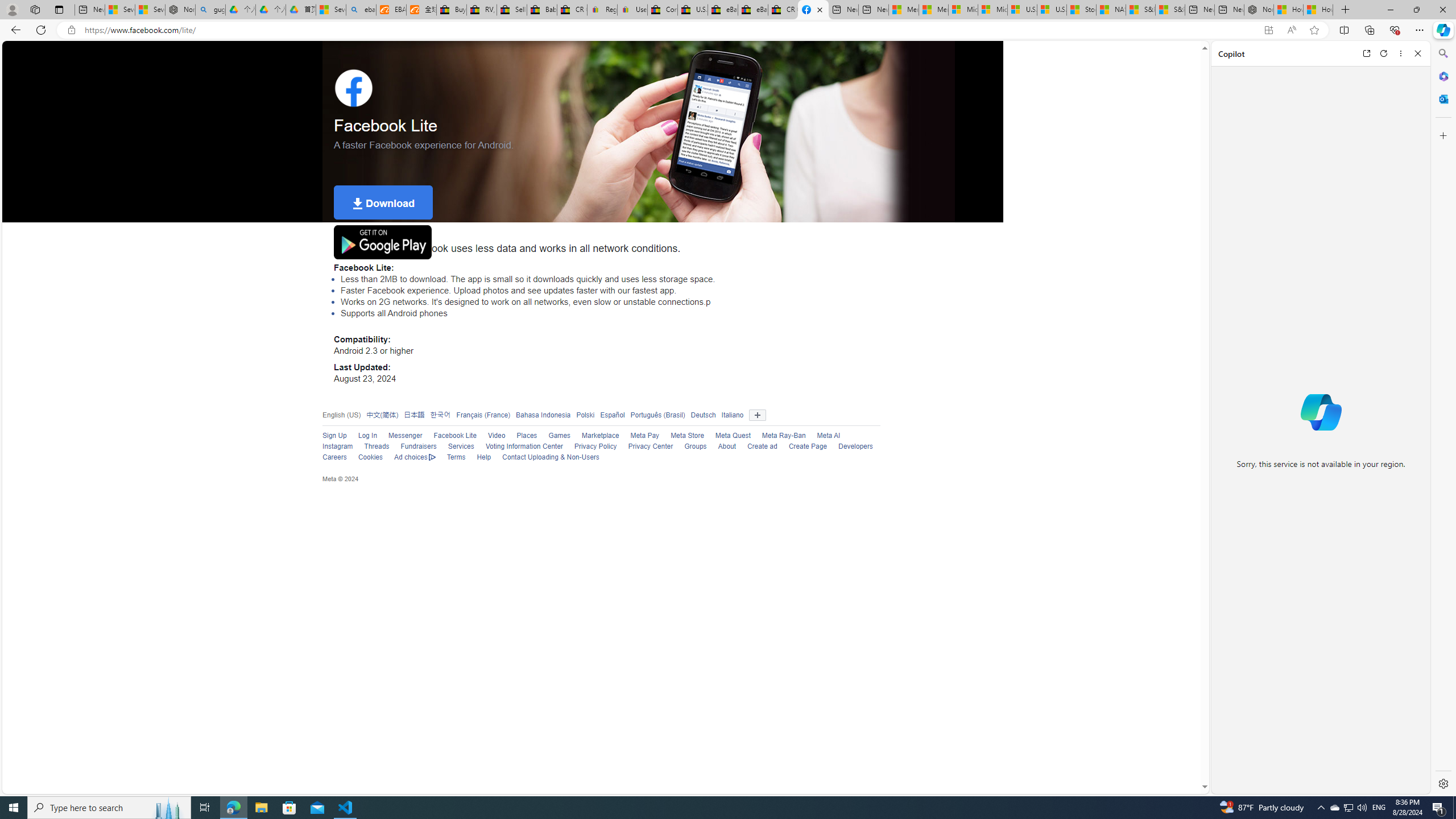 Image resolution: width=1456 pixels, height=819 pixels. I want to click on 'eBay Inc. Reports Third Quarter 2023 Results', so click(753, 9).